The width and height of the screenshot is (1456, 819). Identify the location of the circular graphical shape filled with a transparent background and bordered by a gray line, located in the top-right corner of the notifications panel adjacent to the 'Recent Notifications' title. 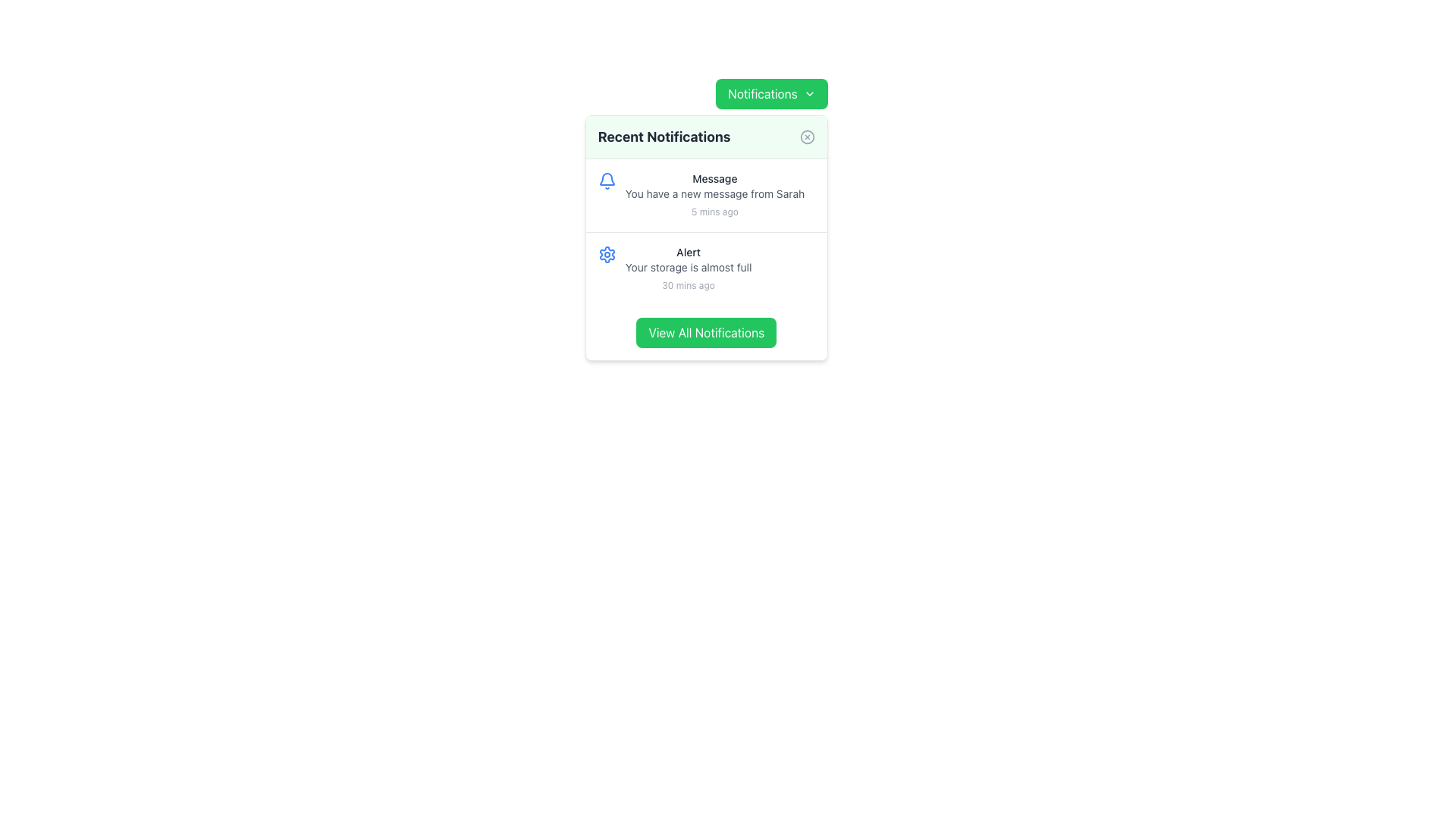
(806, 137).